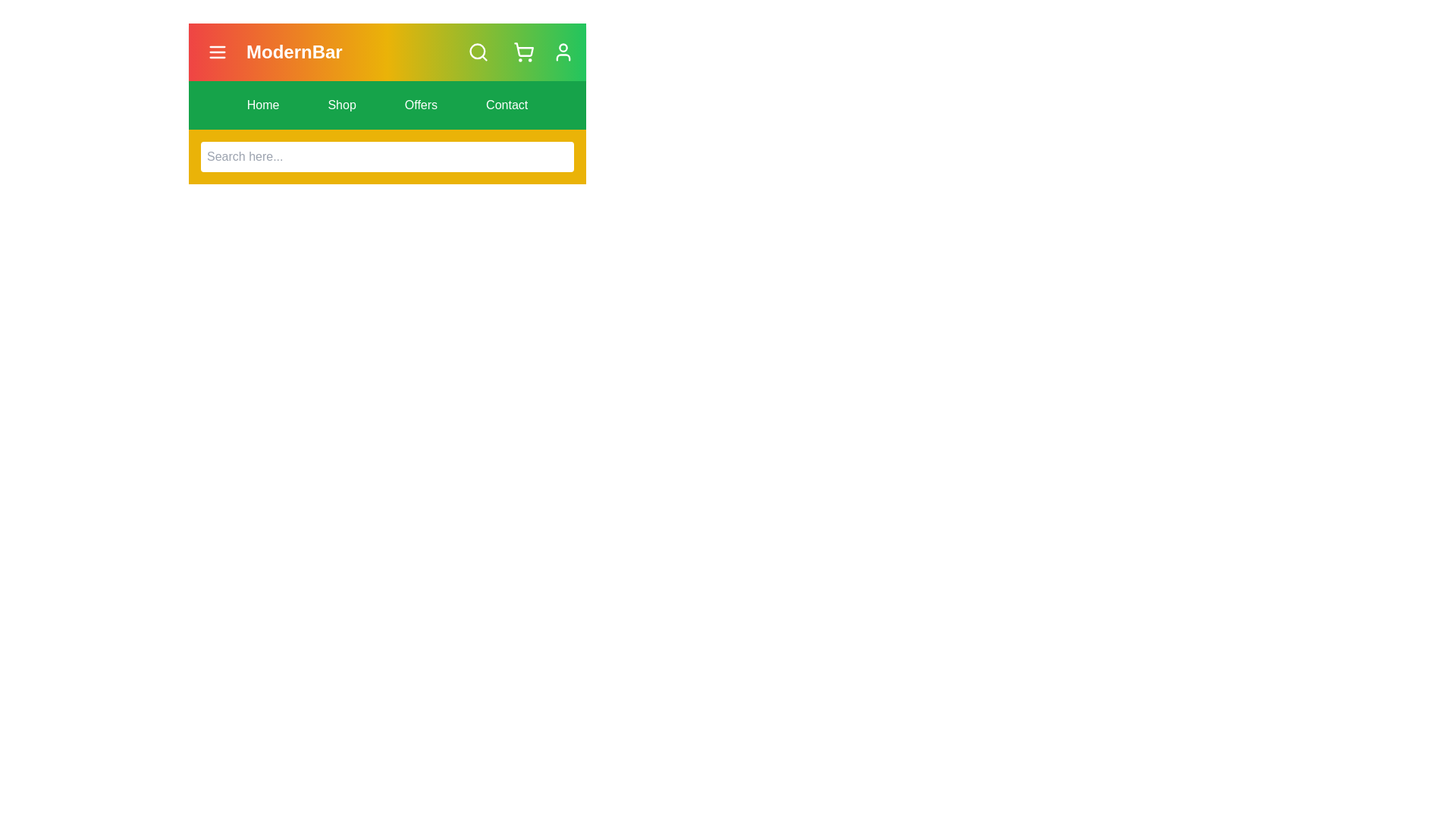 The image size is (1456, 819). I want to click on the search icon to observe visual feedback, so click(477, 52).